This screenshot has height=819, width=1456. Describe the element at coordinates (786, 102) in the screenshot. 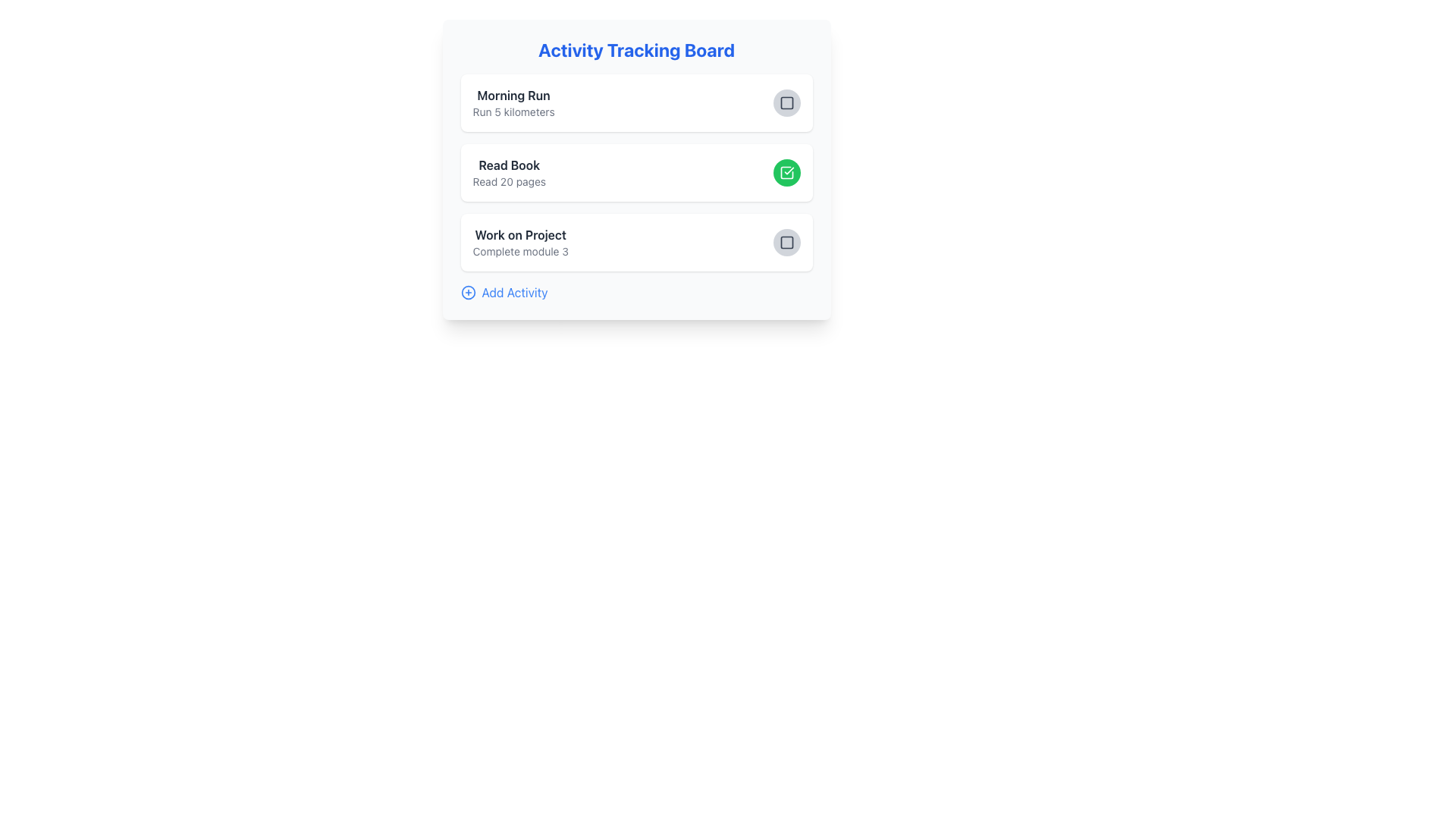

I see `the status icon in the topmost activity row of the 'Activity Tracking Board' for 'Morning Run'` at that location.